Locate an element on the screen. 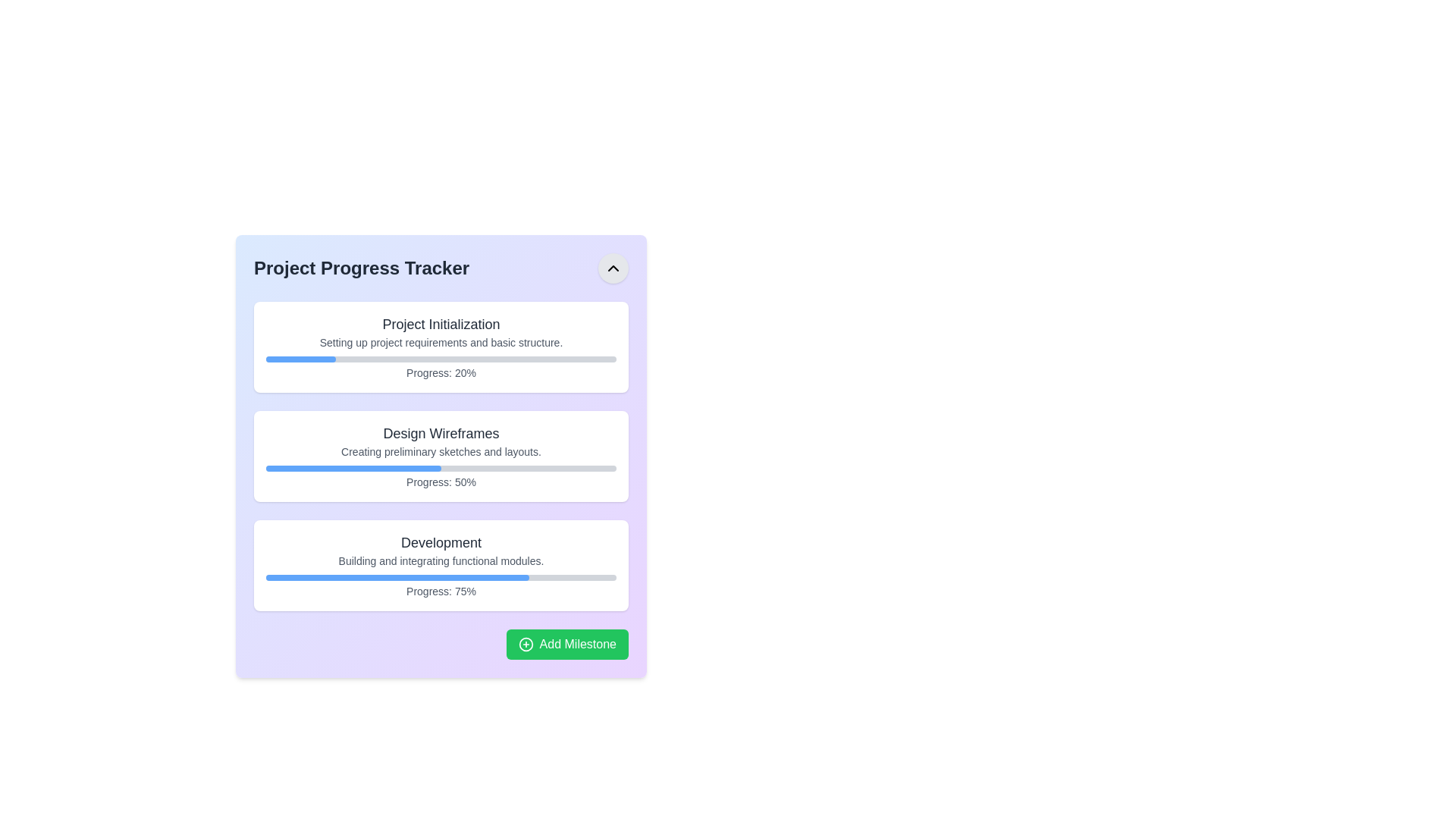 This screenshot has width=1456, height=819. the text label that serves as a heading for project progress tracking, located at the top left of the interface, above a circular interactive button is located at coordinates (361, 268).